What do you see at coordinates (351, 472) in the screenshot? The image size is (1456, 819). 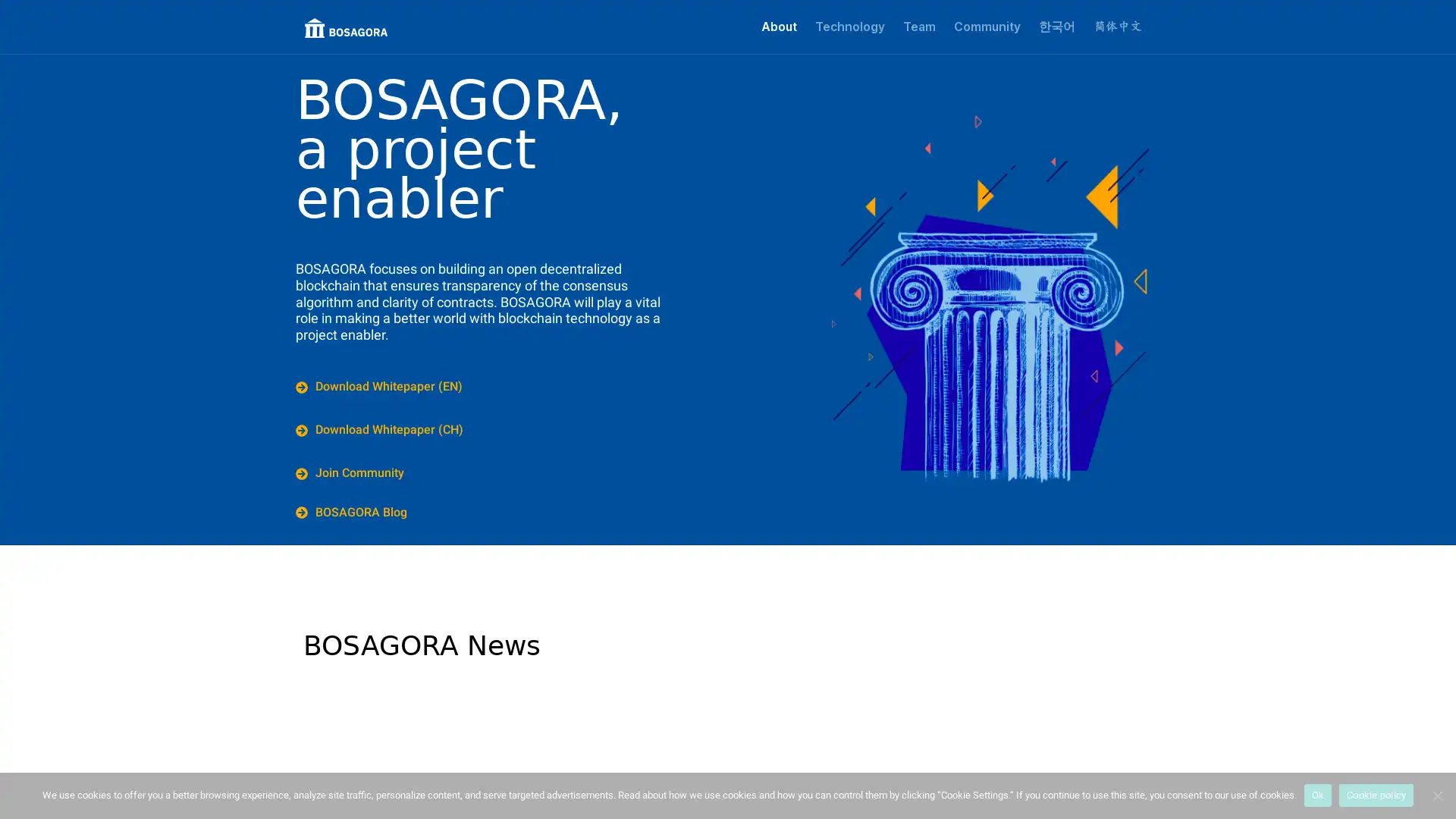 I see `Join Community` at bounding box center [351, 472].